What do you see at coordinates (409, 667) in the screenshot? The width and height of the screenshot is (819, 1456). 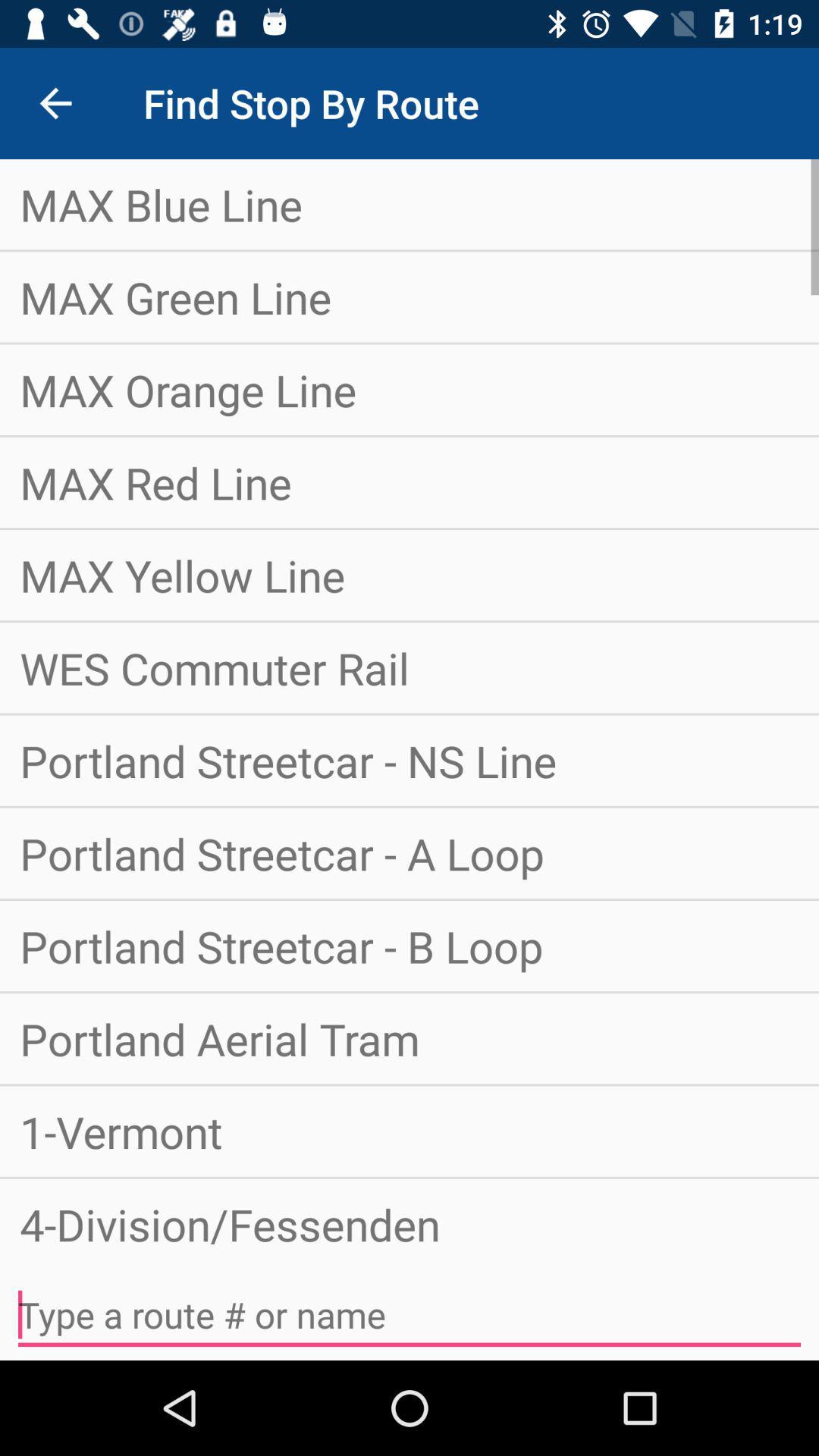 I see `item below max yellow line item` at bounding box center [409, 667].